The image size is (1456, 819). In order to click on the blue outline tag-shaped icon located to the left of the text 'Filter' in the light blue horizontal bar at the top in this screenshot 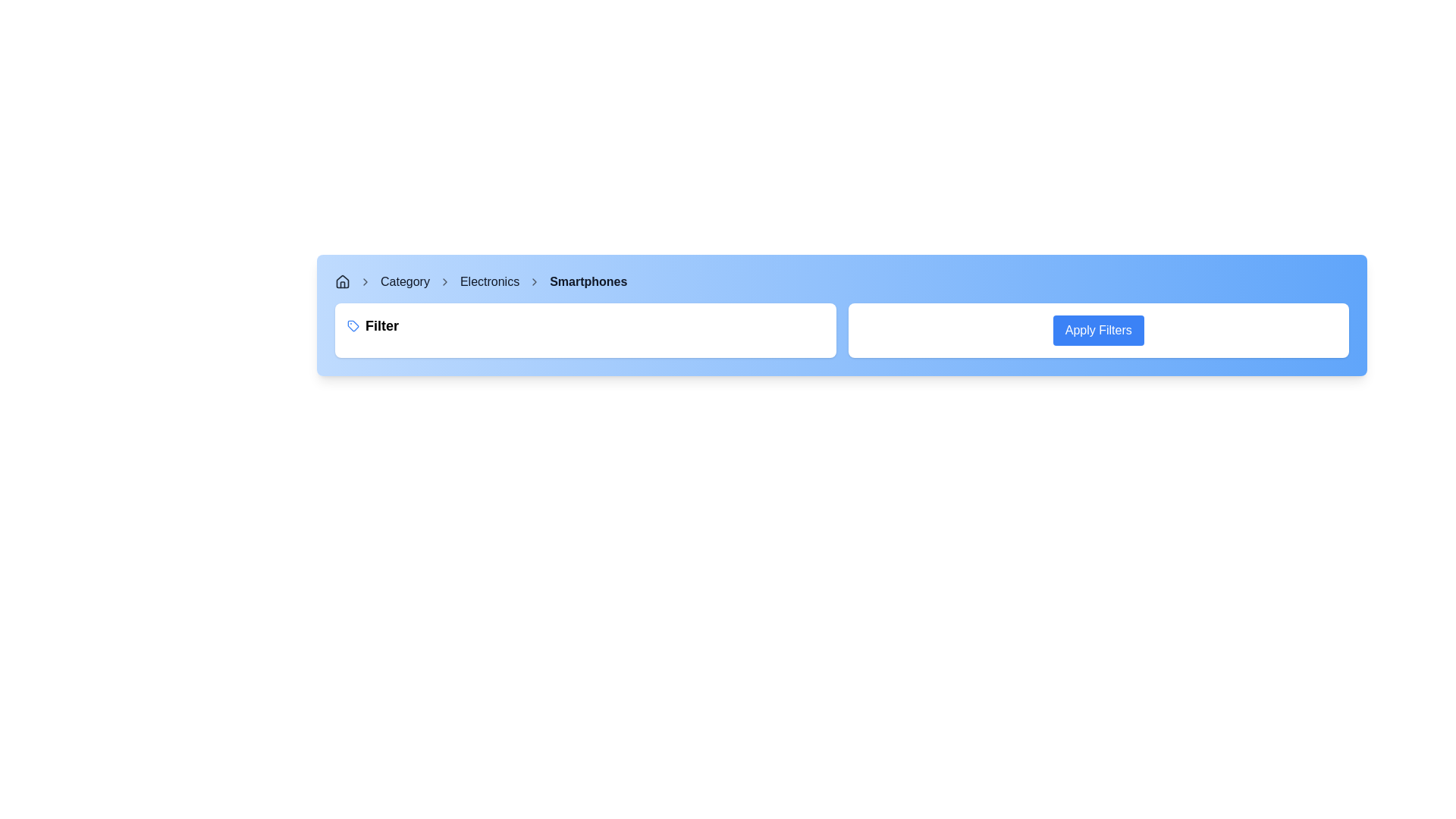, I will do `click(352, 325)`.